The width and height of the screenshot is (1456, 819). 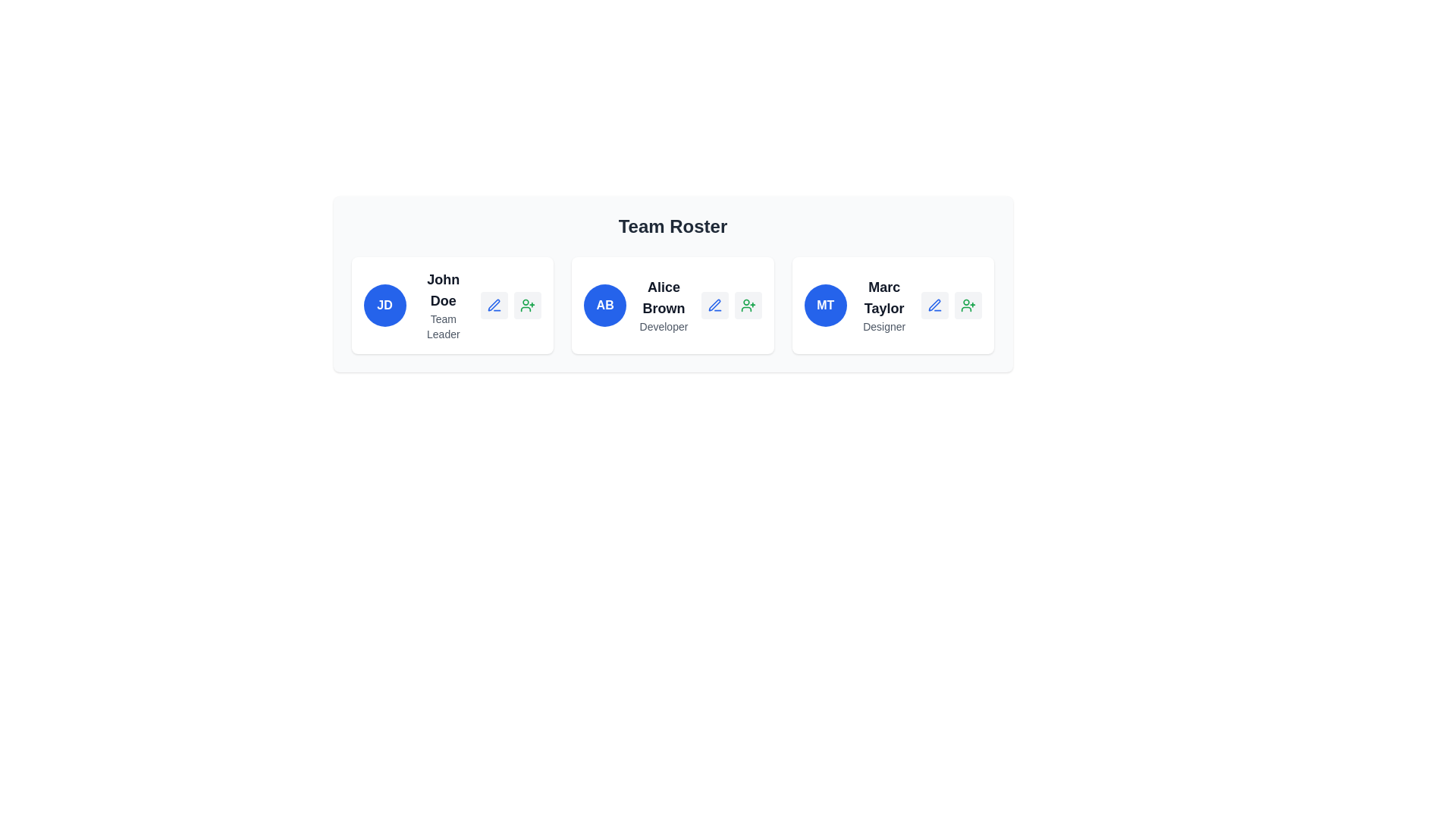 What do you see at coordinates (528, 305) in the screenshot?
I see `the green-highlighted person icon with a plus sign located on John Doe's profile card, which is the second icon from the right in the horizontal arrangement of interactive icons` at bounding box center [528, 305].